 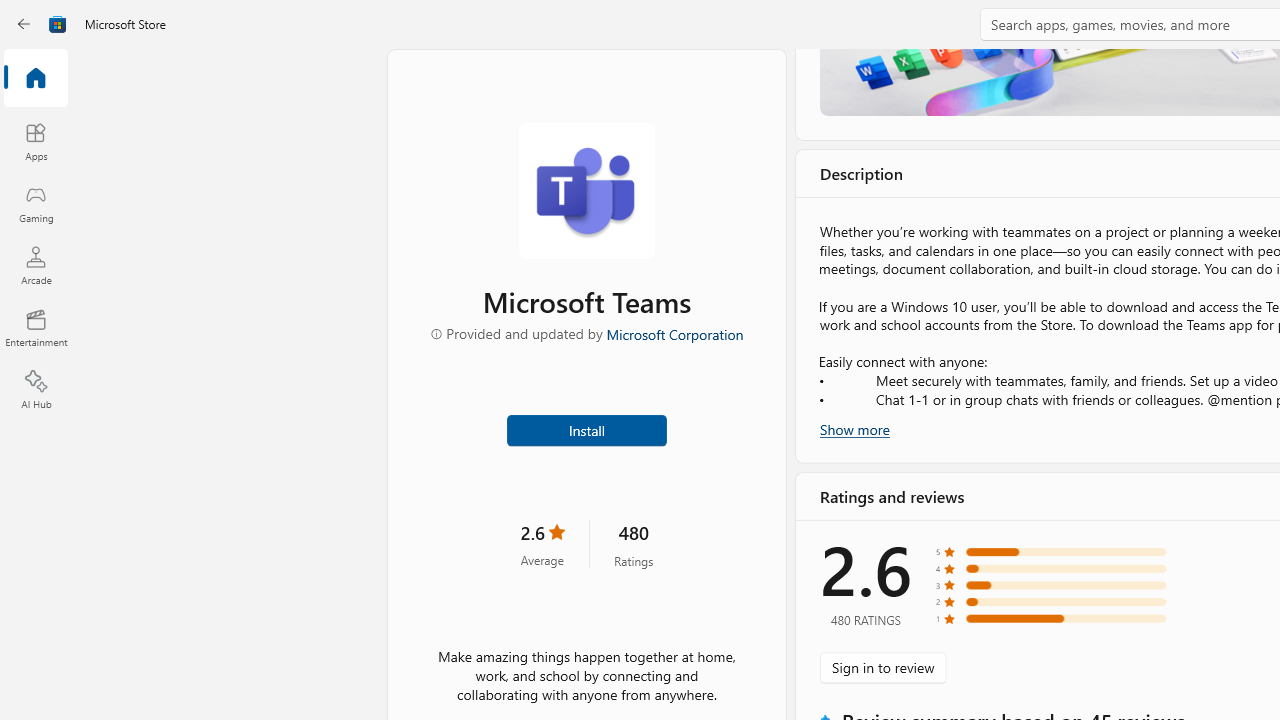 I want to click on 'Microsoft Corporation', so click(x=673, y=332).